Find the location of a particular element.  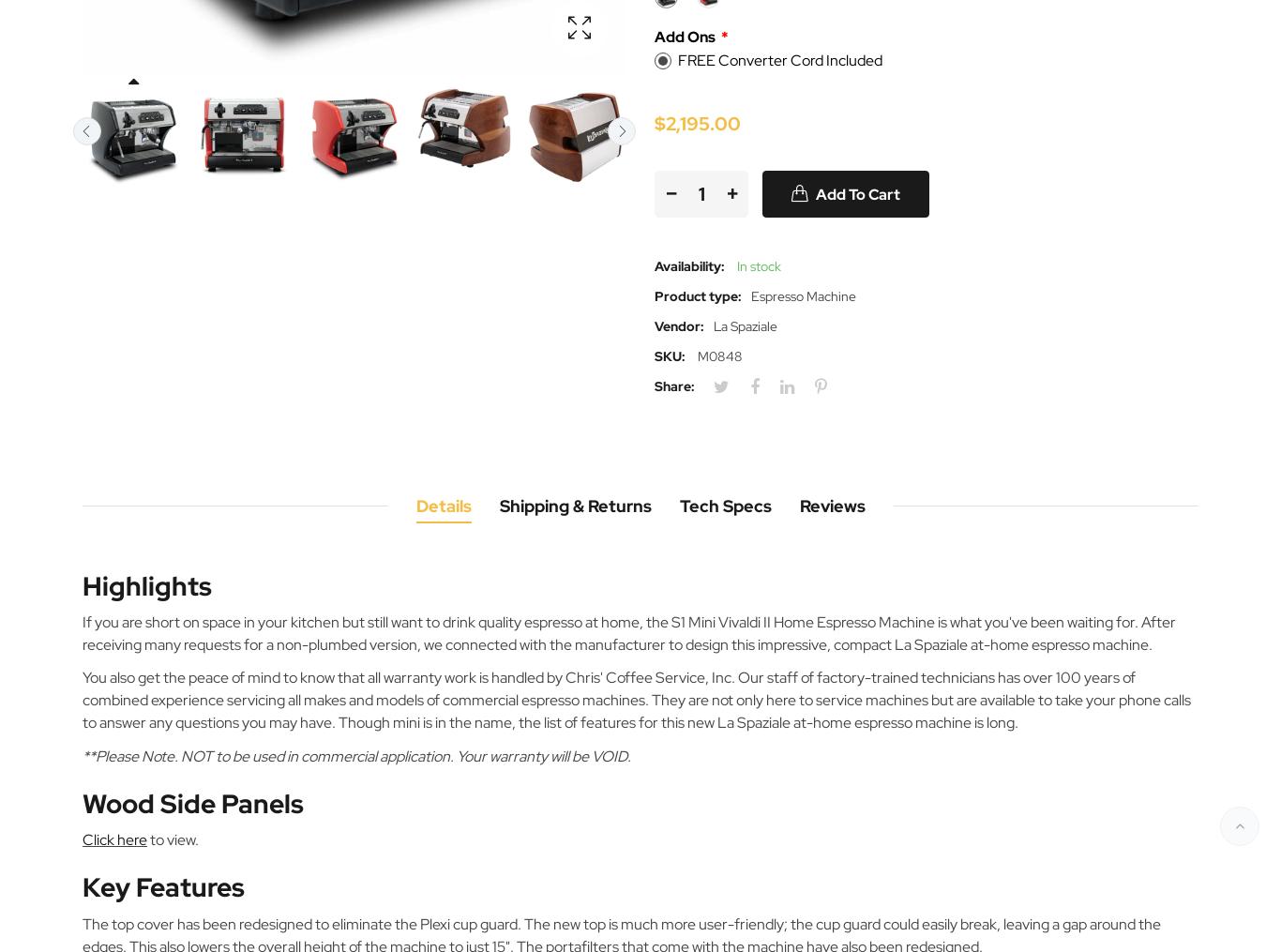

'In stock' is located at coordinates (756, 264).